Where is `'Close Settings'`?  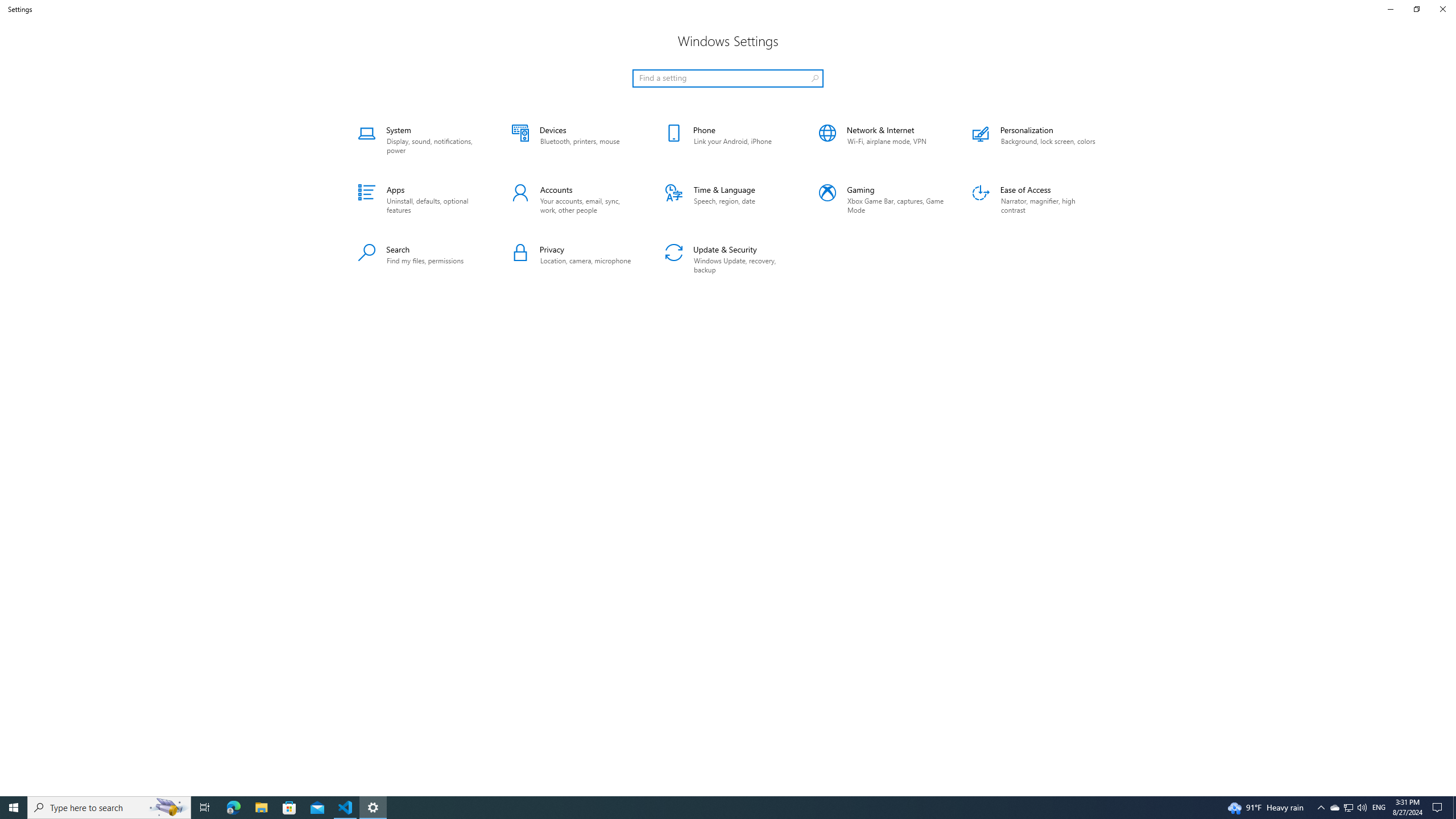 'Close Settings' is located at coordinates (1442, 9).